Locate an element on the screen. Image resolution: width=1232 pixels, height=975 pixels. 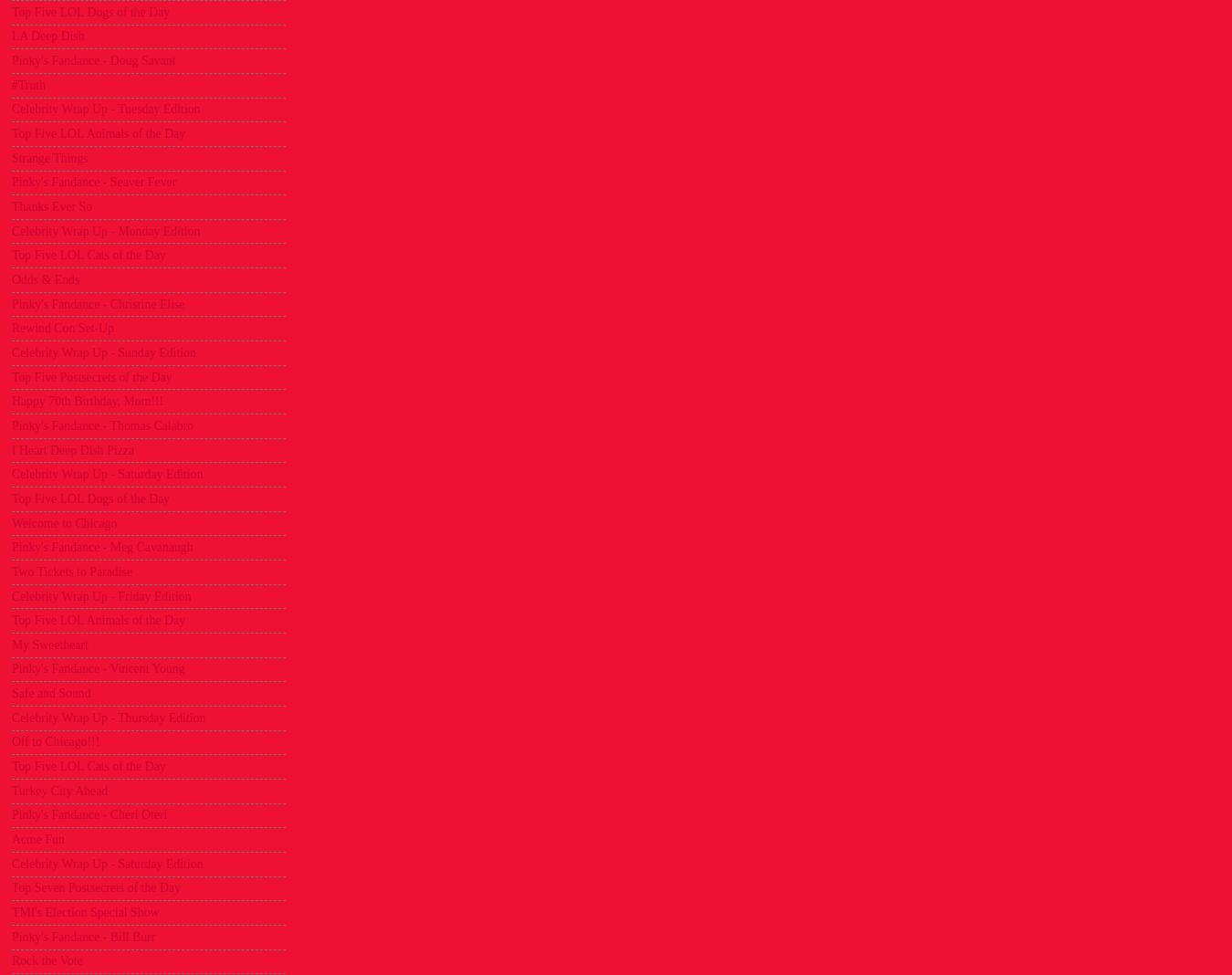
'Top Five Postsecrets of the Day' is located at coordinates (90, 376).